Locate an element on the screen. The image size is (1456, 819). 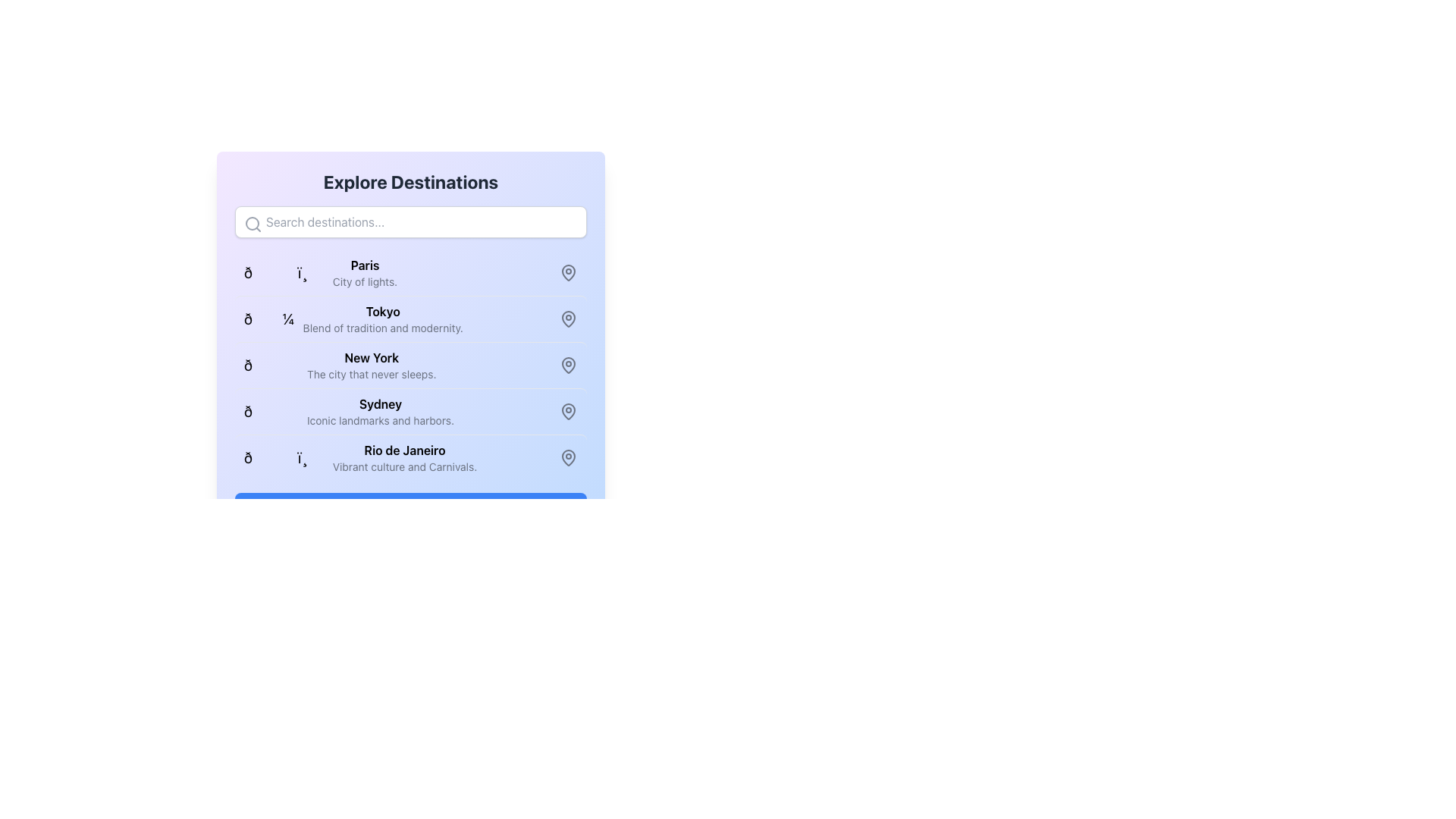
the appearance of the pin-like icon representing a map marker, located next to the 'New York' text in the list of destinations is located at coordinates (567, 365).